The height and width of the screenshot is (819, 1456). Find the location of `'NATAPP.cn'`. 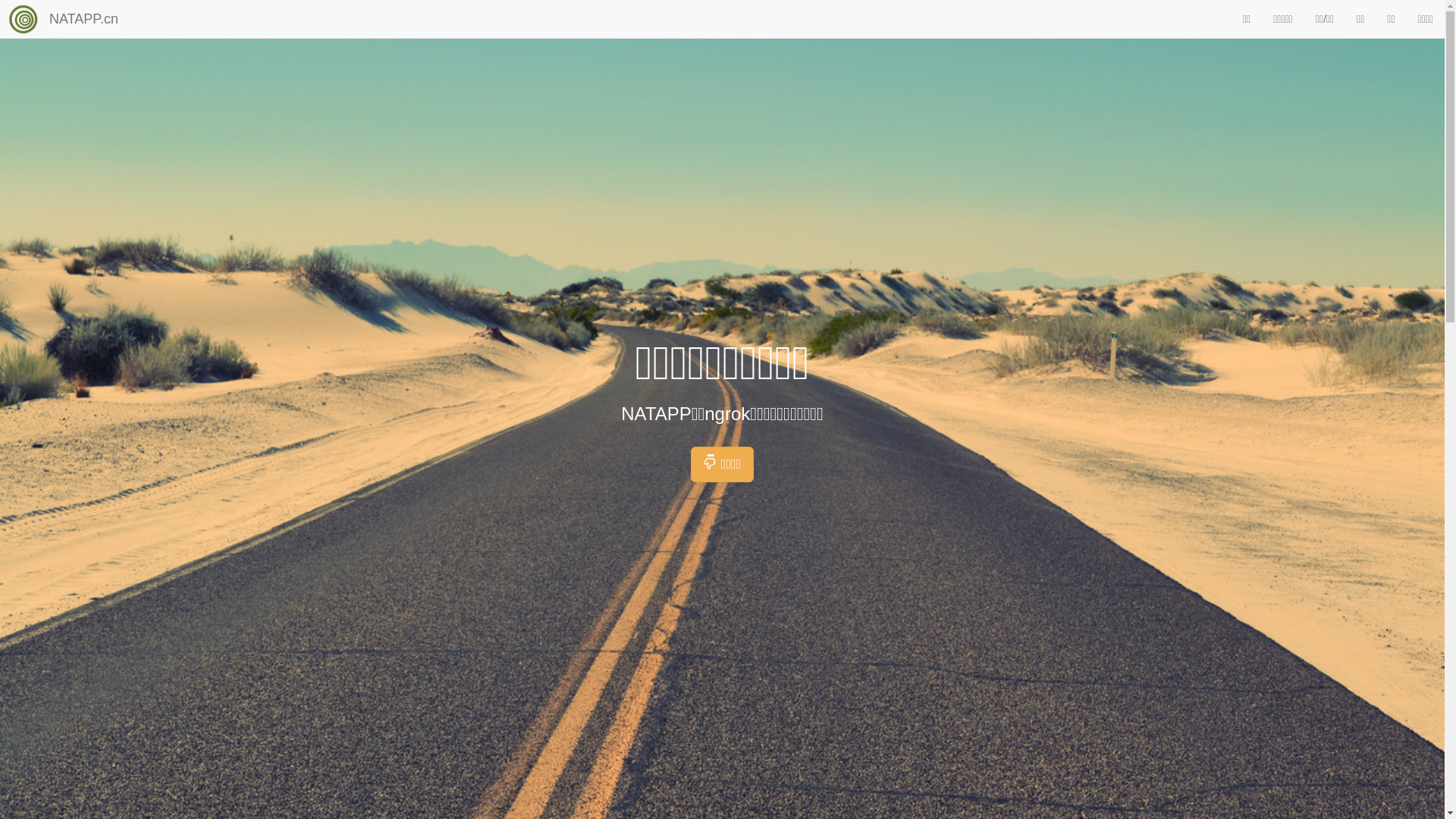

'NATAPP.cn' is located at coordinates (37, 18).